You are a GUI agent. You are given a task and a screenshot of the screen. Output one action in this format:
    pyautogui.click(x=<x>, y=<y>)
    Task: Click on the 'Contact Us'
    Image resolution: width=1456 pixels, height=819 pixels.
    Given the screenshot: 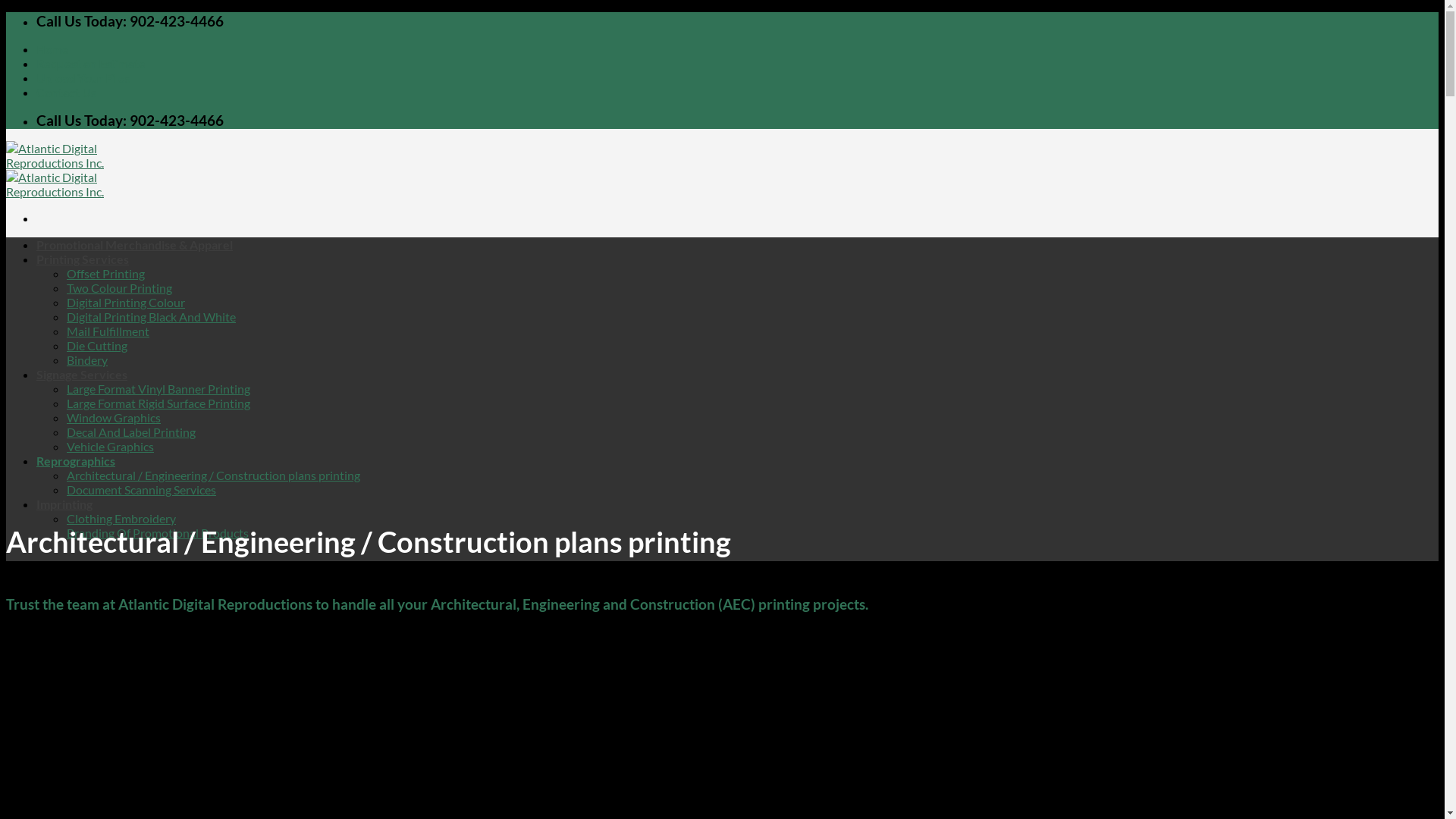 What is the action you would take?
    pyautogui.click(x=65, y=92)
    